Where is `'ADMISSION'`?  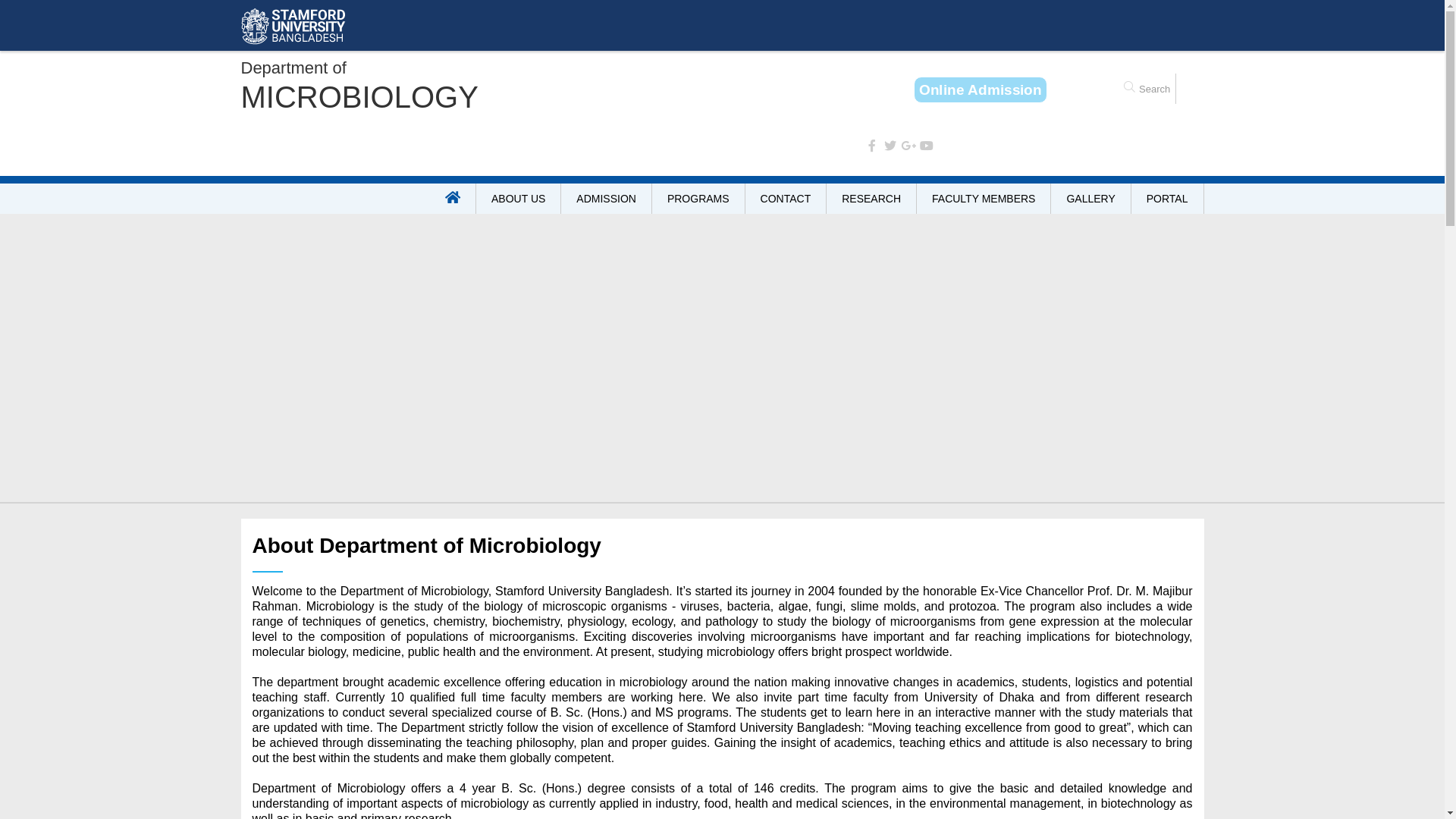
'ADMISSION' is located at coordinates (607, 198).